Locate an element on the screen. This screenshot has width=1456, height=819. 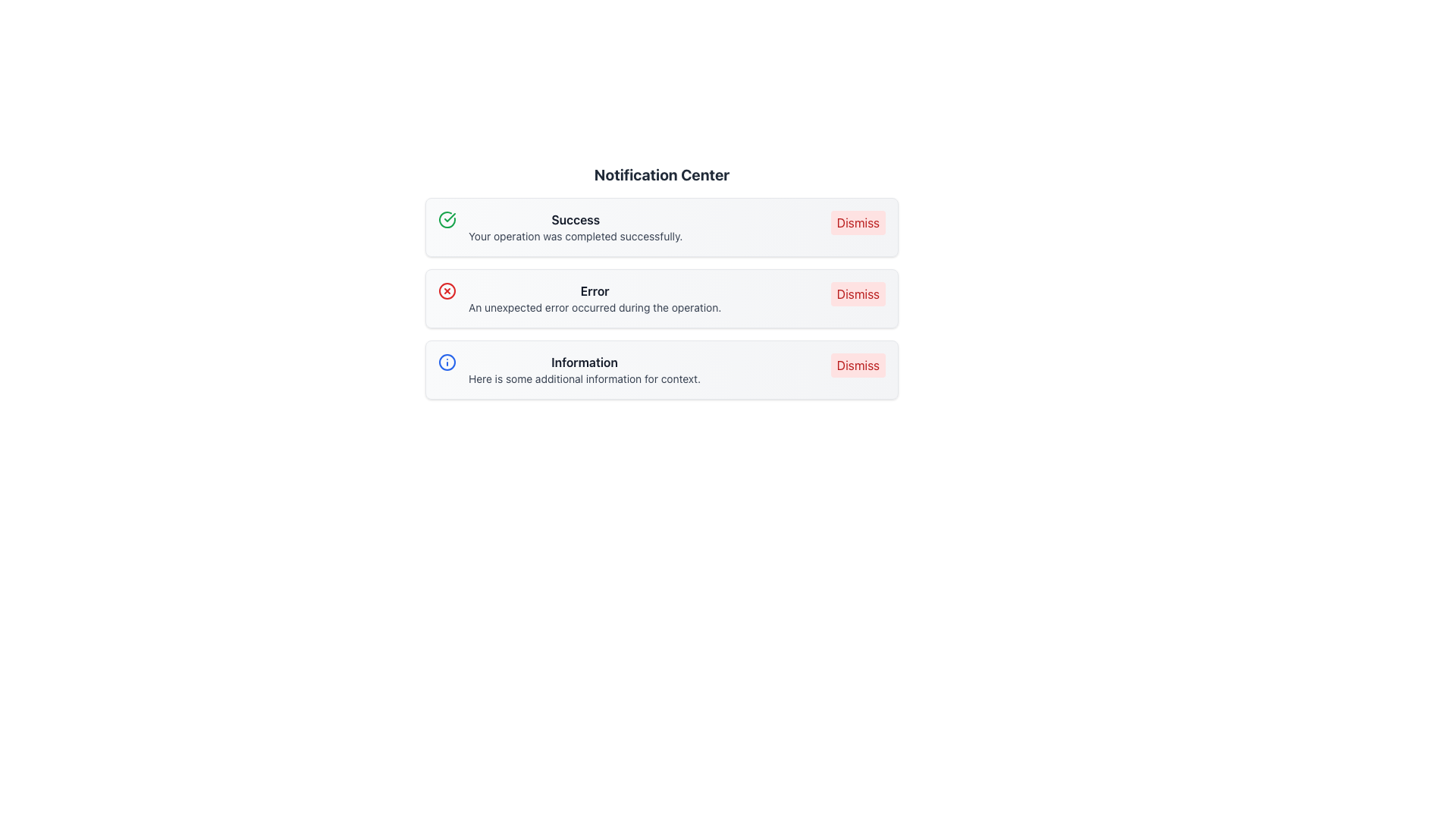
the 'Dismiss' button with a red background and red text located at the top right corner of the notification group is located at coordinates (858, 222).